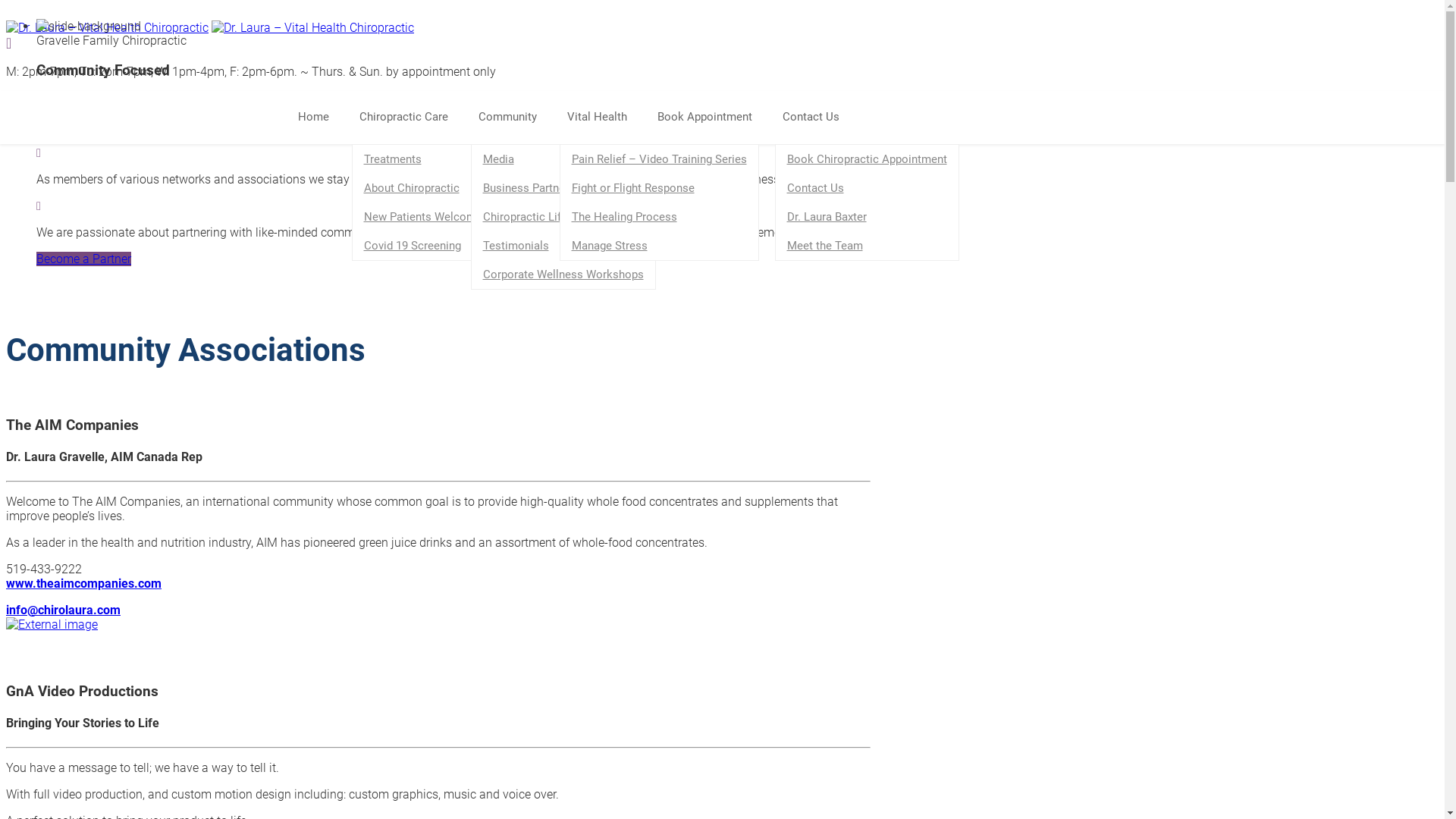 The image size is (1456, 819). Describe the element at coordinates (648, 116) in the screenshot. I see `'Book Appointment'` at that location.